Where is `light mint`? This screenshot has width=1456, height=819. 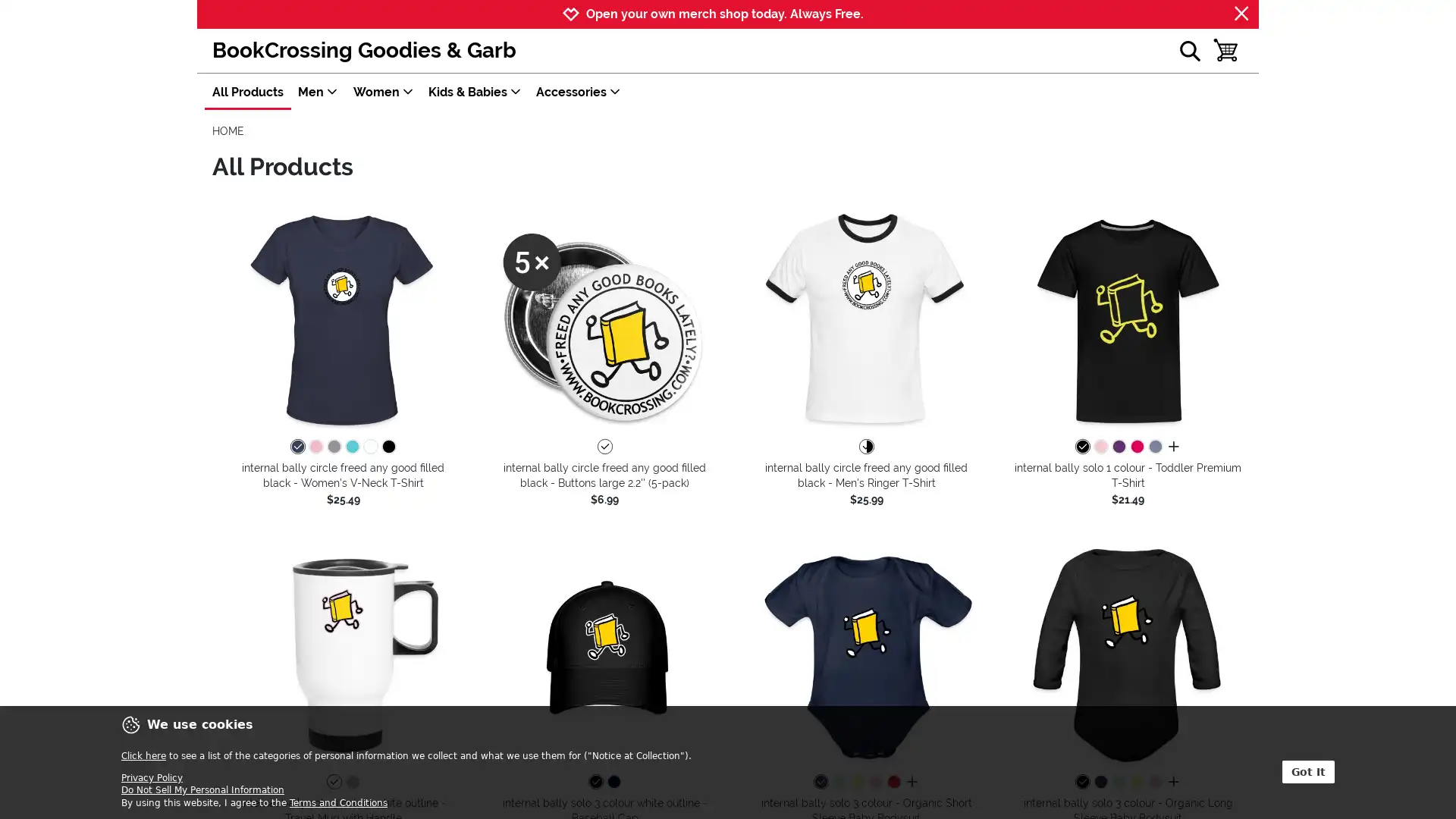
light mint is located at coordinates (1118, 783).